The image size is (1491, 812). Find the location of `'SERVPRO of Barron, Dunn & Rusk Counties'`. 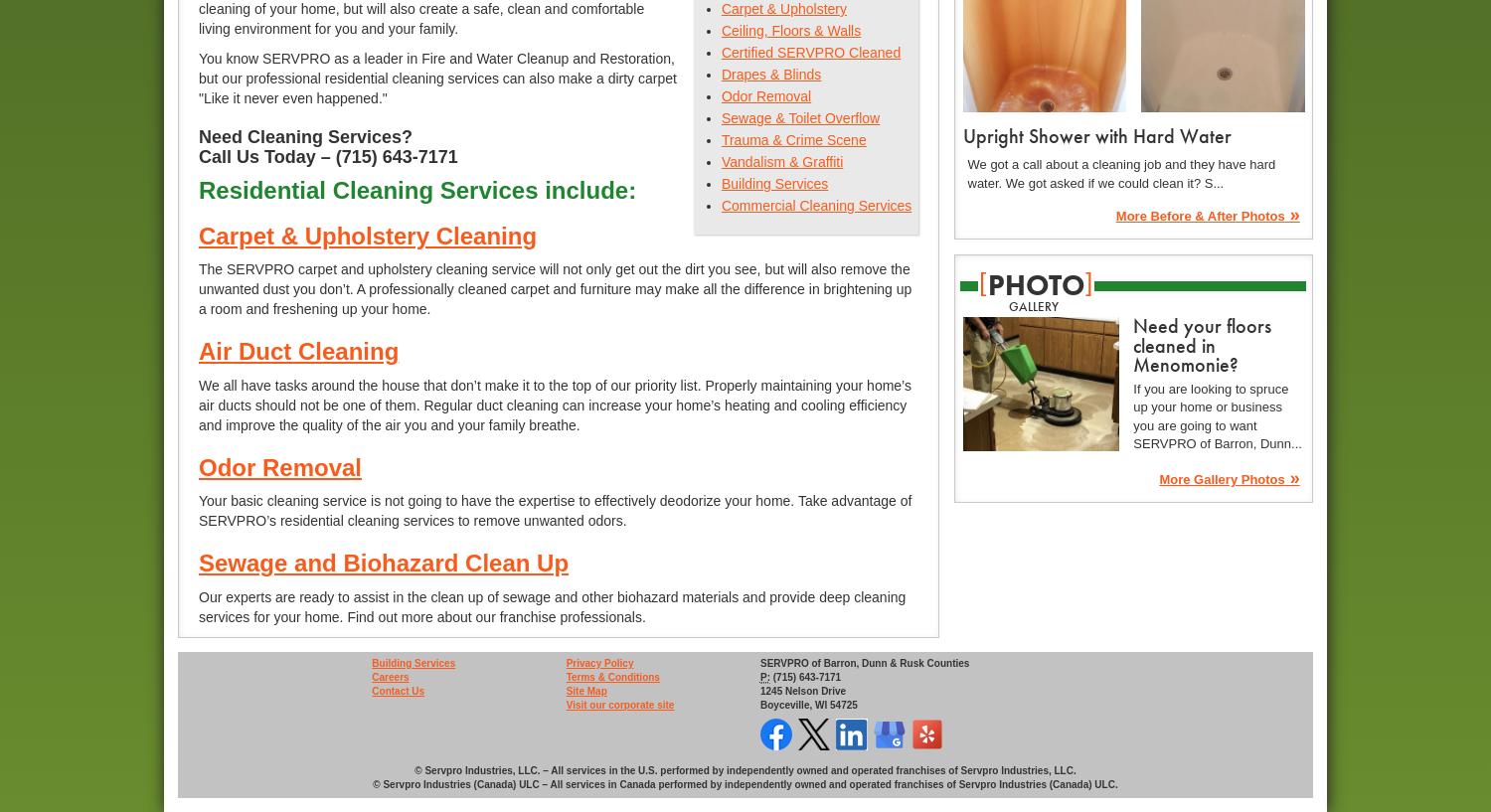

'SERVPRO of Barron, Dunn & Rusk Counties' is located at coordinates (863, 661).